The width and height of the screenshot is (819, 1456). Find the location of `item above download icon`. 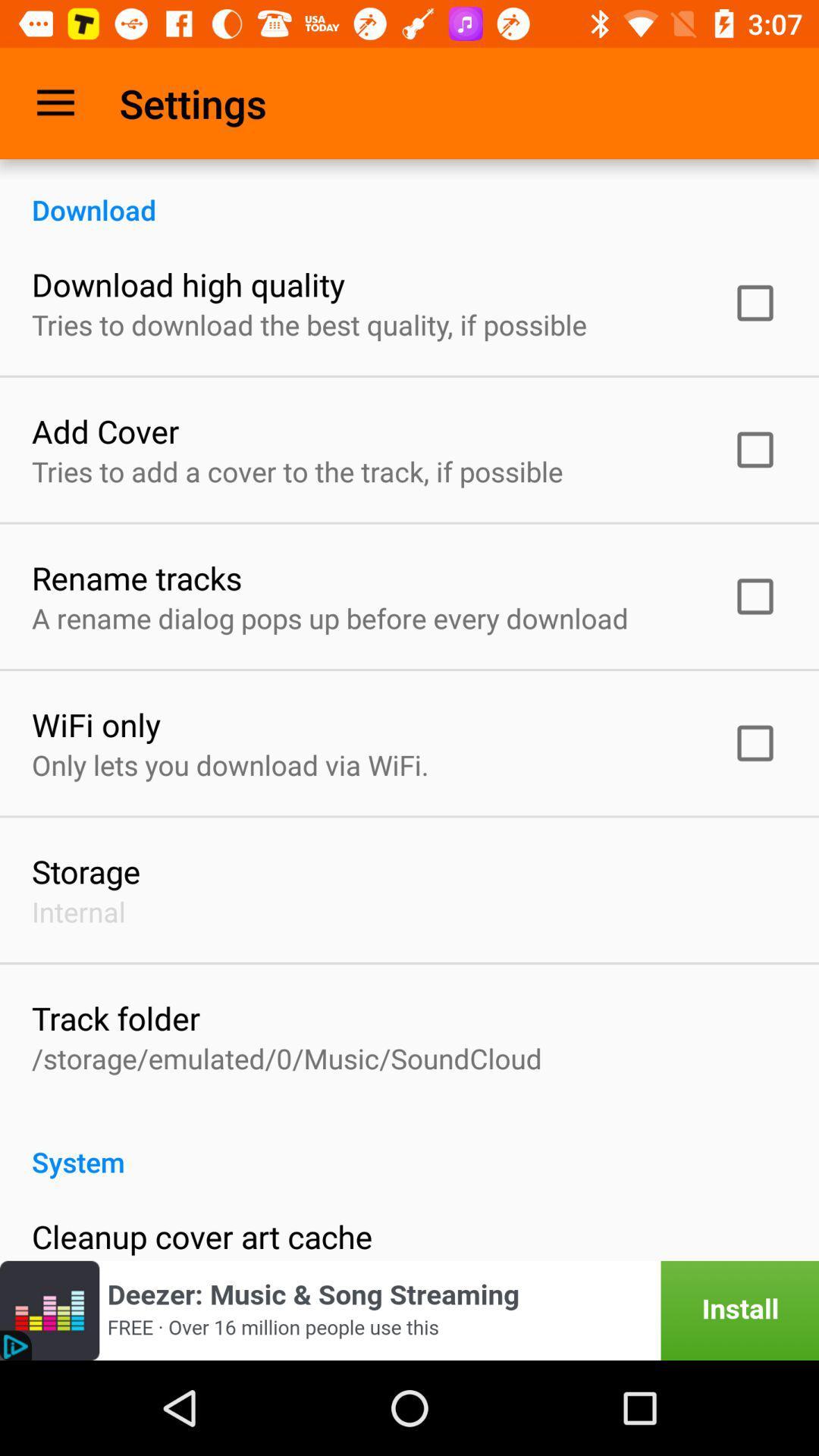

item above download icon is located at coordinates (55, 102).